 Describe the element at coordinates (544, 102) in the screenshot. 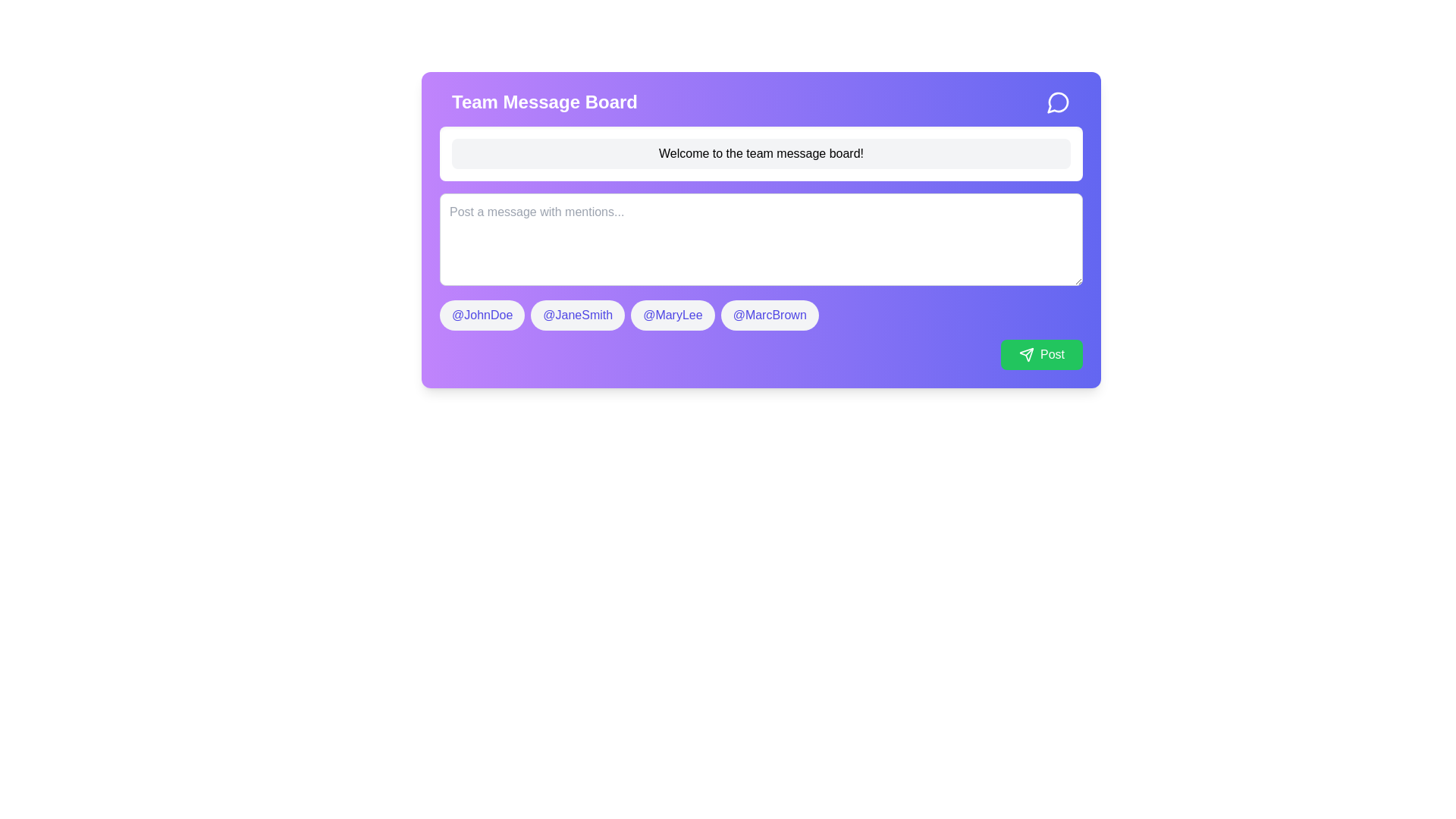

I see `the 'Team Message Board' text label, which serves as the title indicating the purpose of the section` at that location.